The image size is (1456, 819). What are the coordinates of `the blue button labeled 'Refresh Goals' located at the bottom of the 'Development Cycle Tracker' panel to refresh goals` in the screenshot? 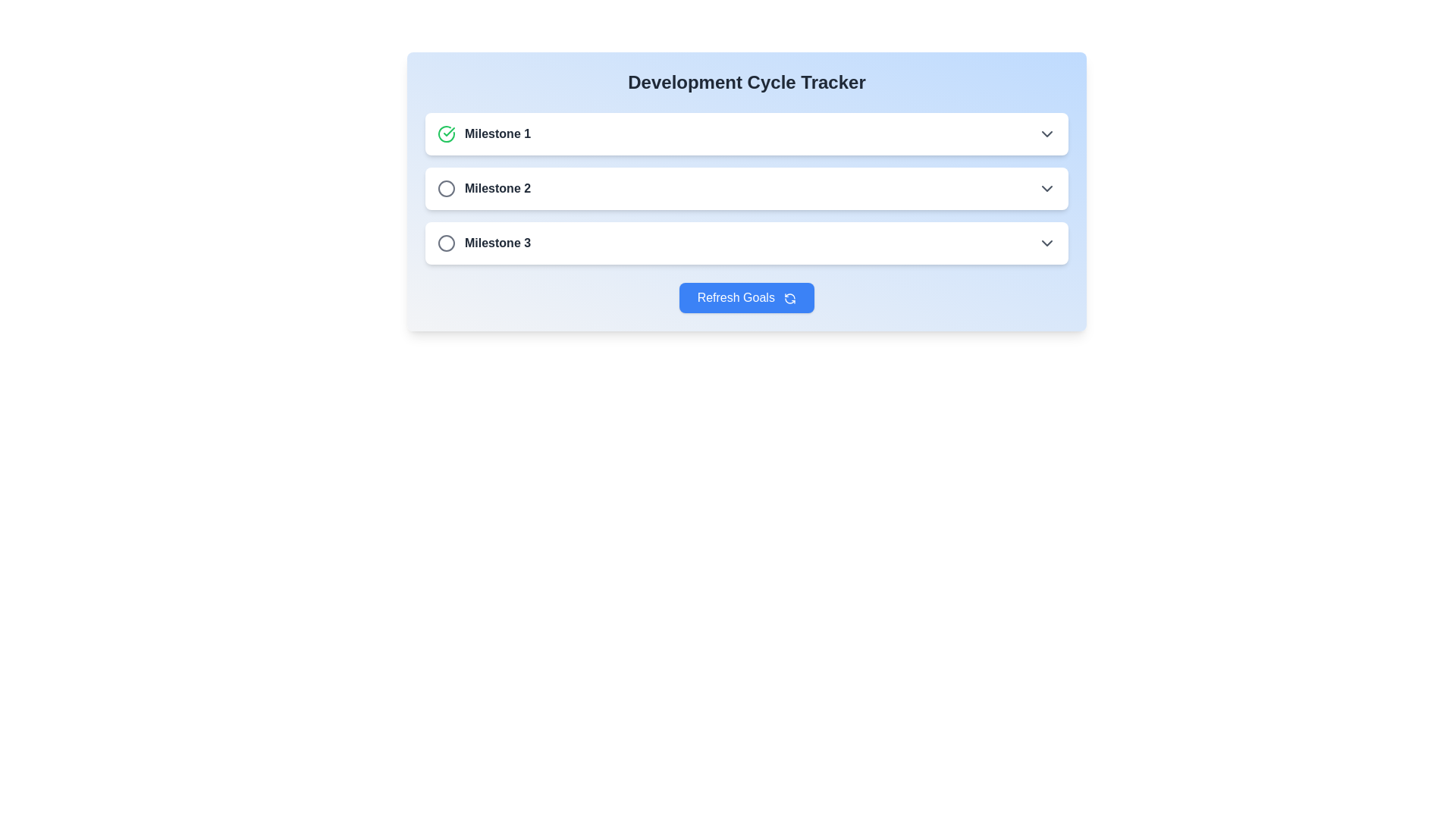 It's located at (746, 298).